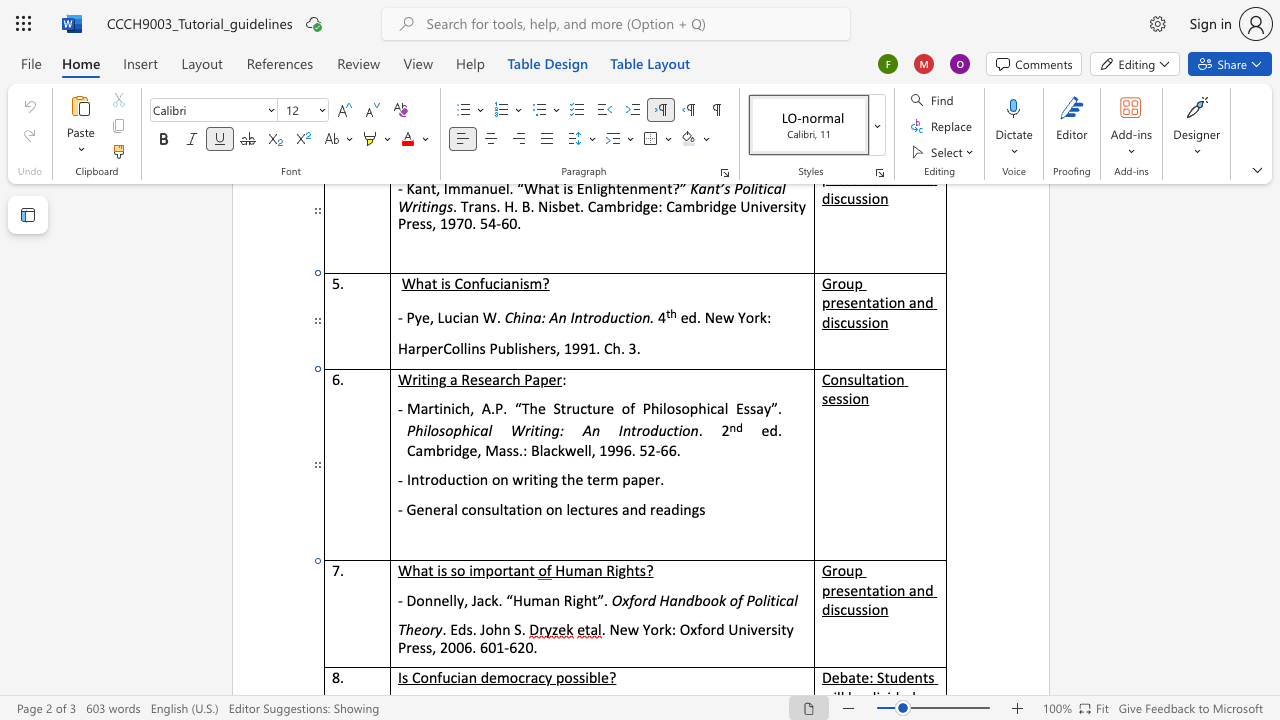  I want to click on the space between the continuous character "u" and "c" in the text, so click(666, 430).